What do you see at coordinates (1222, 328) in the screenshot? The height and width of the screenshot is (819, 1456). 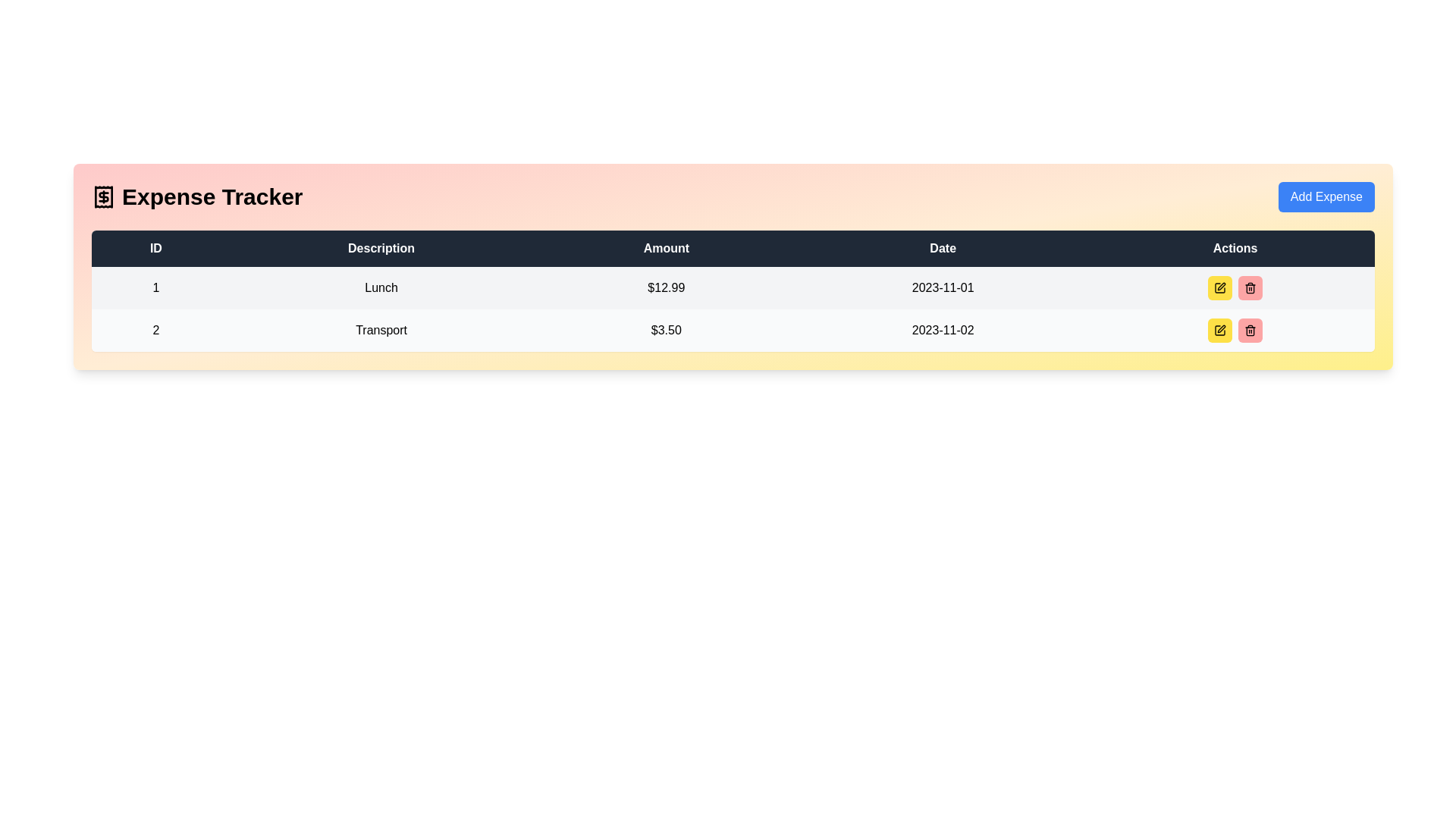 I see `the interactive edit button for the second expense entry labeled 'Transport' in the 'Actions' column` at bounding box center [1222, 328].